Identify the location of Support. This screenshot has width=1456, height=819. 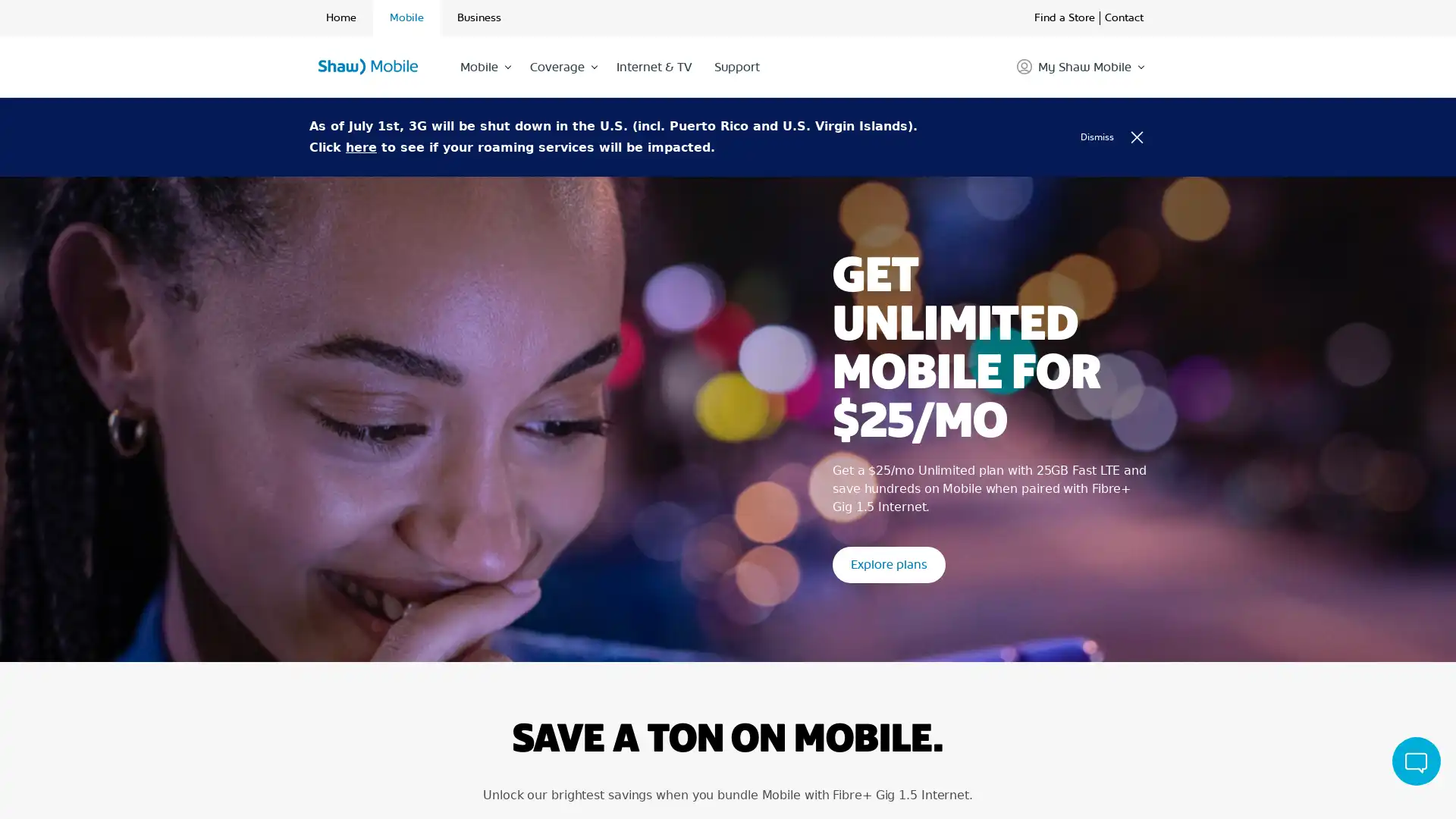
(736, 67).